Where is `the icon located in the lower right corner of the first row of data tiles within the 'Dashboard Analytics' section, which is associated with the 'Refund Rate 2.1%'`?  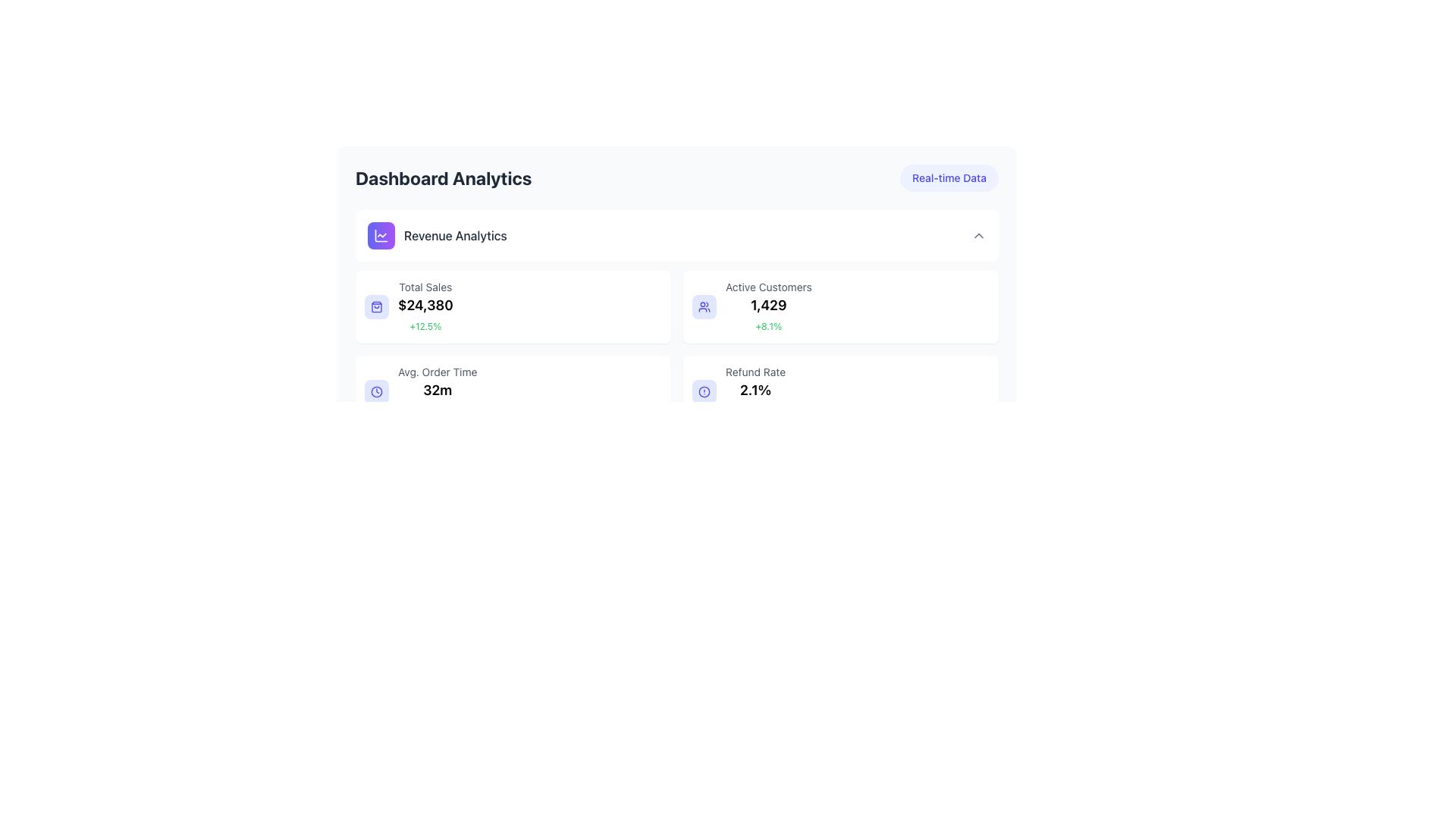 the icon located in the lower right corner of the first row of data tiles within the 'Dashboard Analytics' section, which is associated with the 'Refund Rate 2.1%' is located at coordinates (704, 391).